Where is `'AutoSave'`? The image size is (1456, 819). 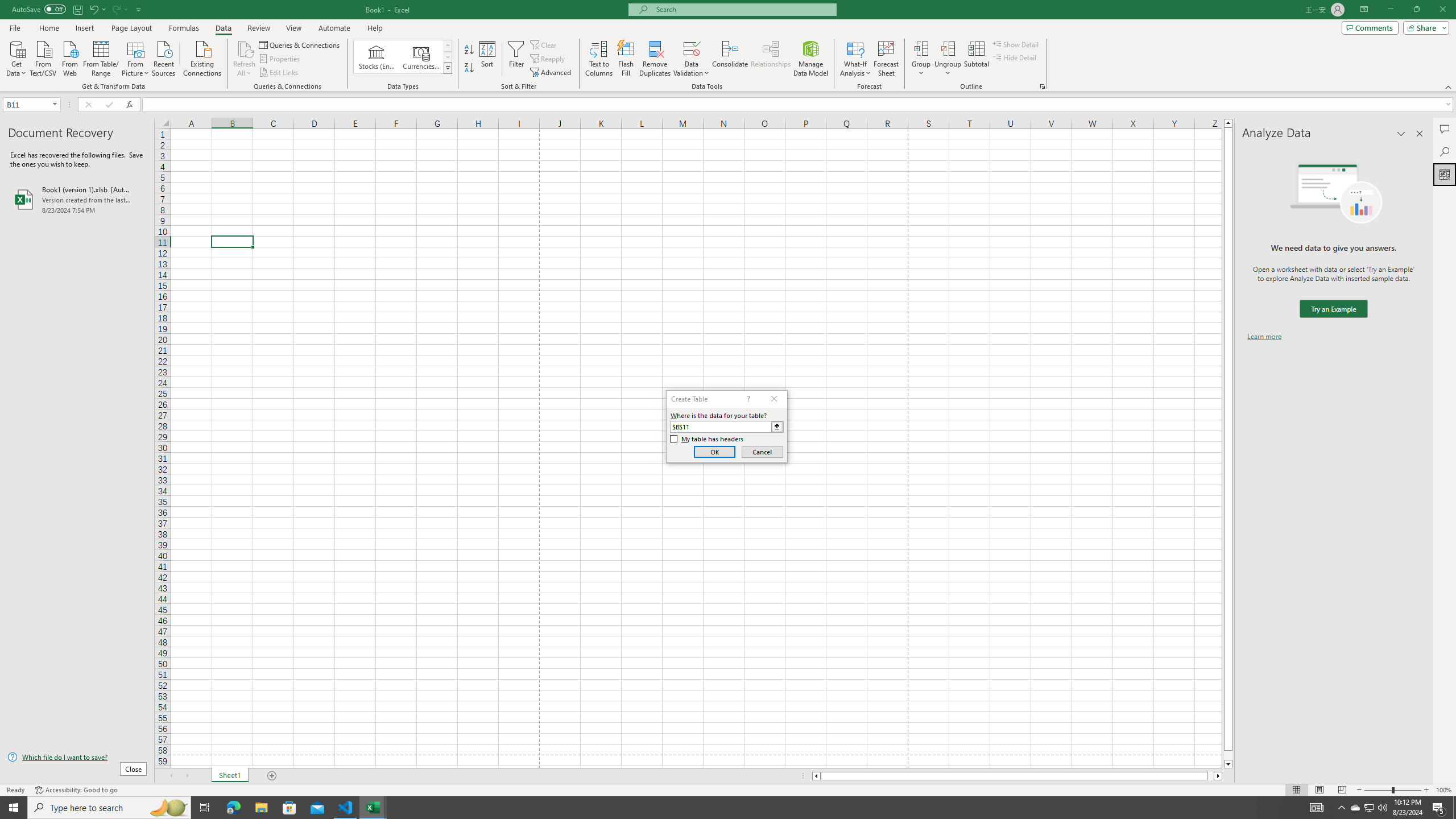
'AutoSave' is located at coordinates (39, 9).